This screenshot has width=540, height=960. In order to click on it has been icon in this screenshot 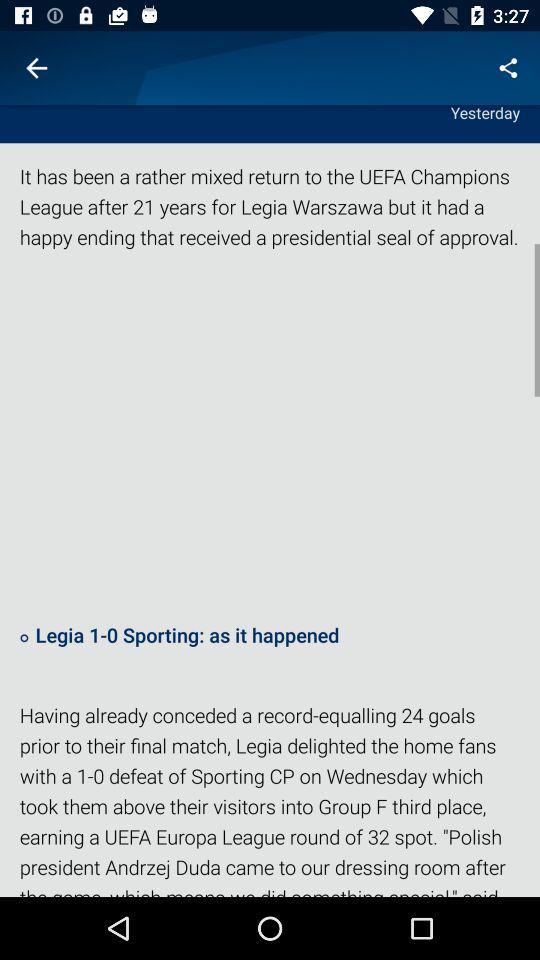, I will do `click(270, 215)`.